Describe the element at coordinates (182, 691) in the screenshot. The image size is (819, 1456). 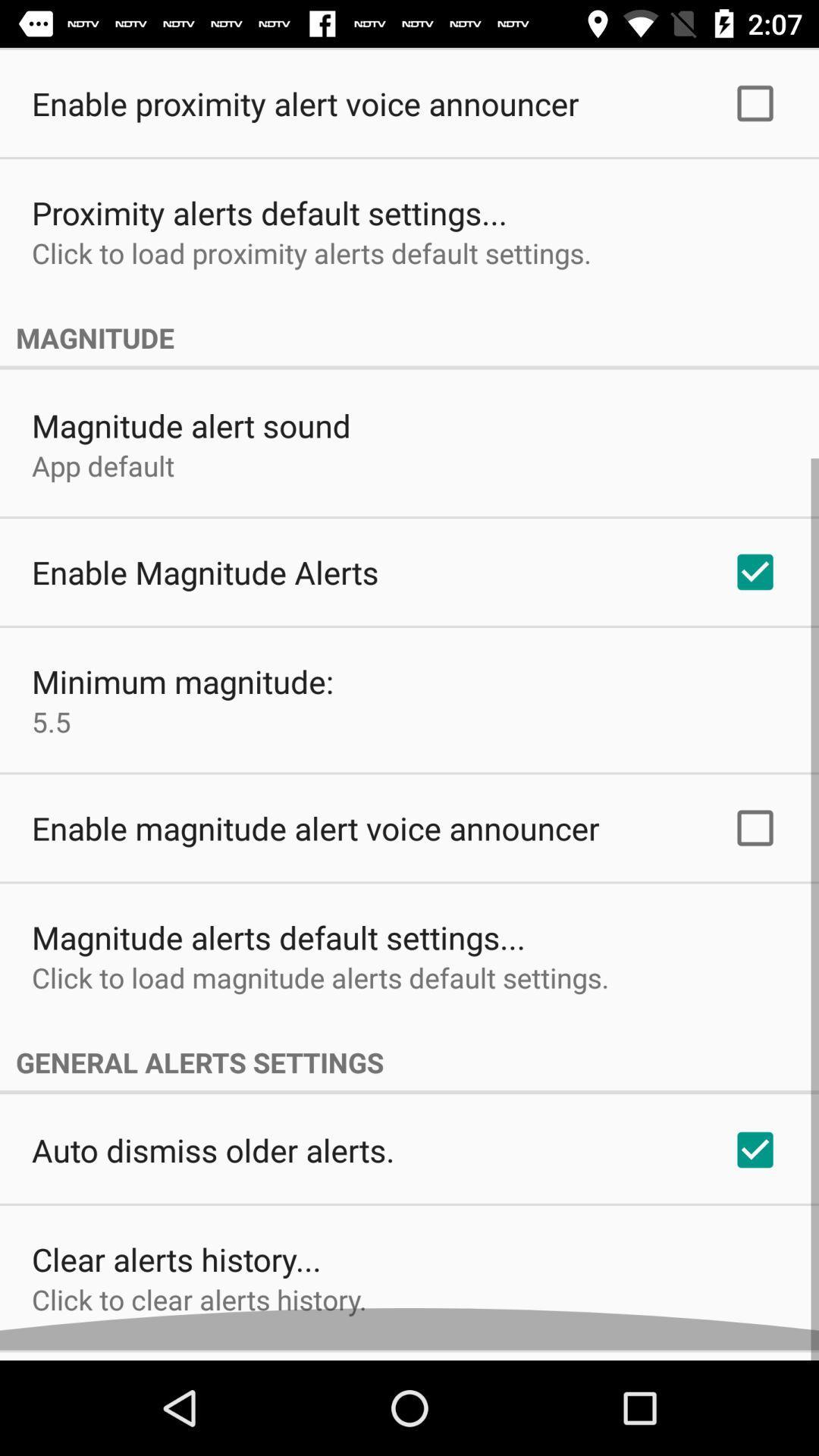
I see `minimum magnitude: item` at that location.